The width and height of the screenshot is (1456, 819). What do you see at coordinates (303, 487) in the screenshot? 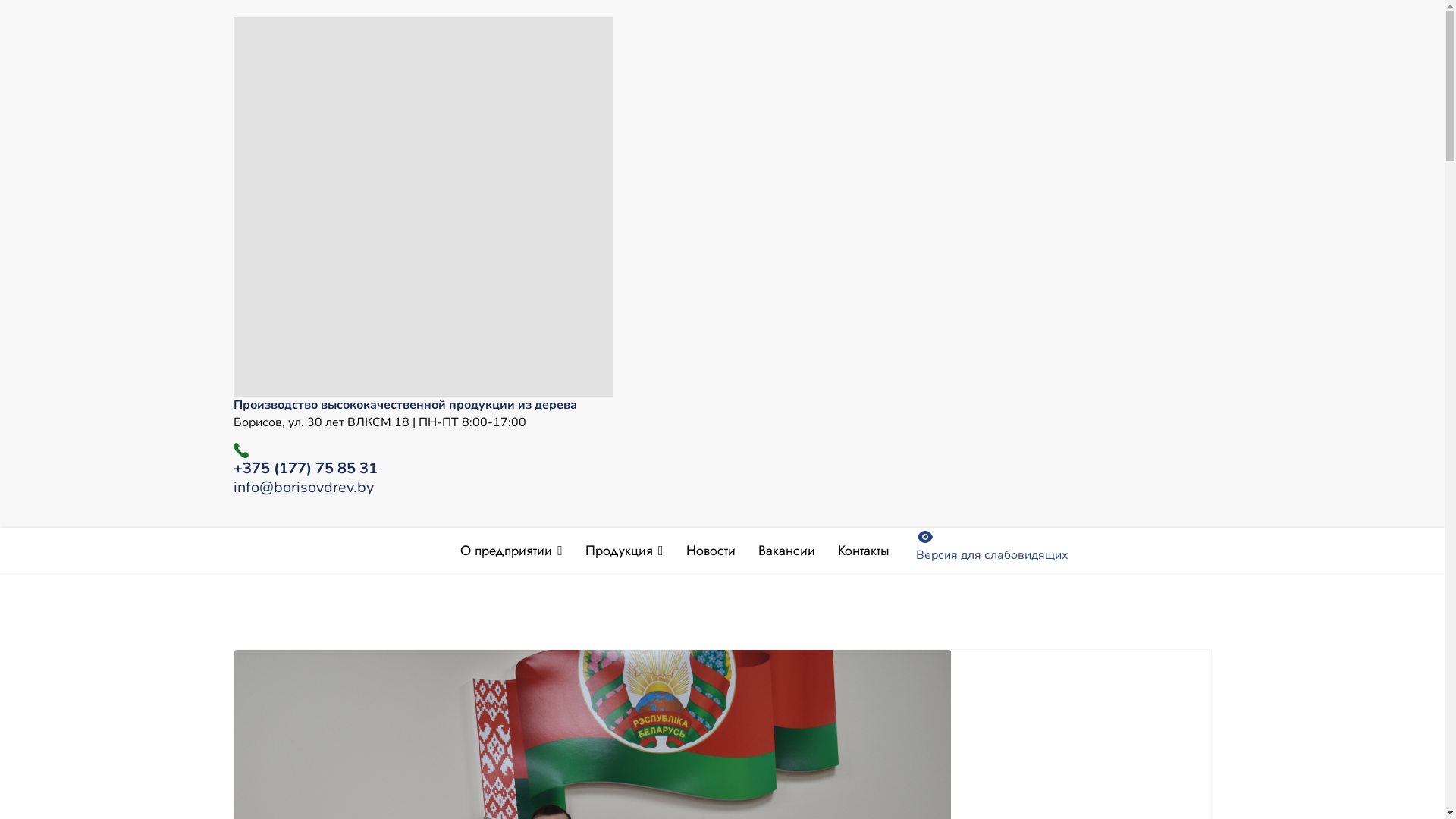
I see `'info@borisovdrev.by'` at bounding box center [303, 487].